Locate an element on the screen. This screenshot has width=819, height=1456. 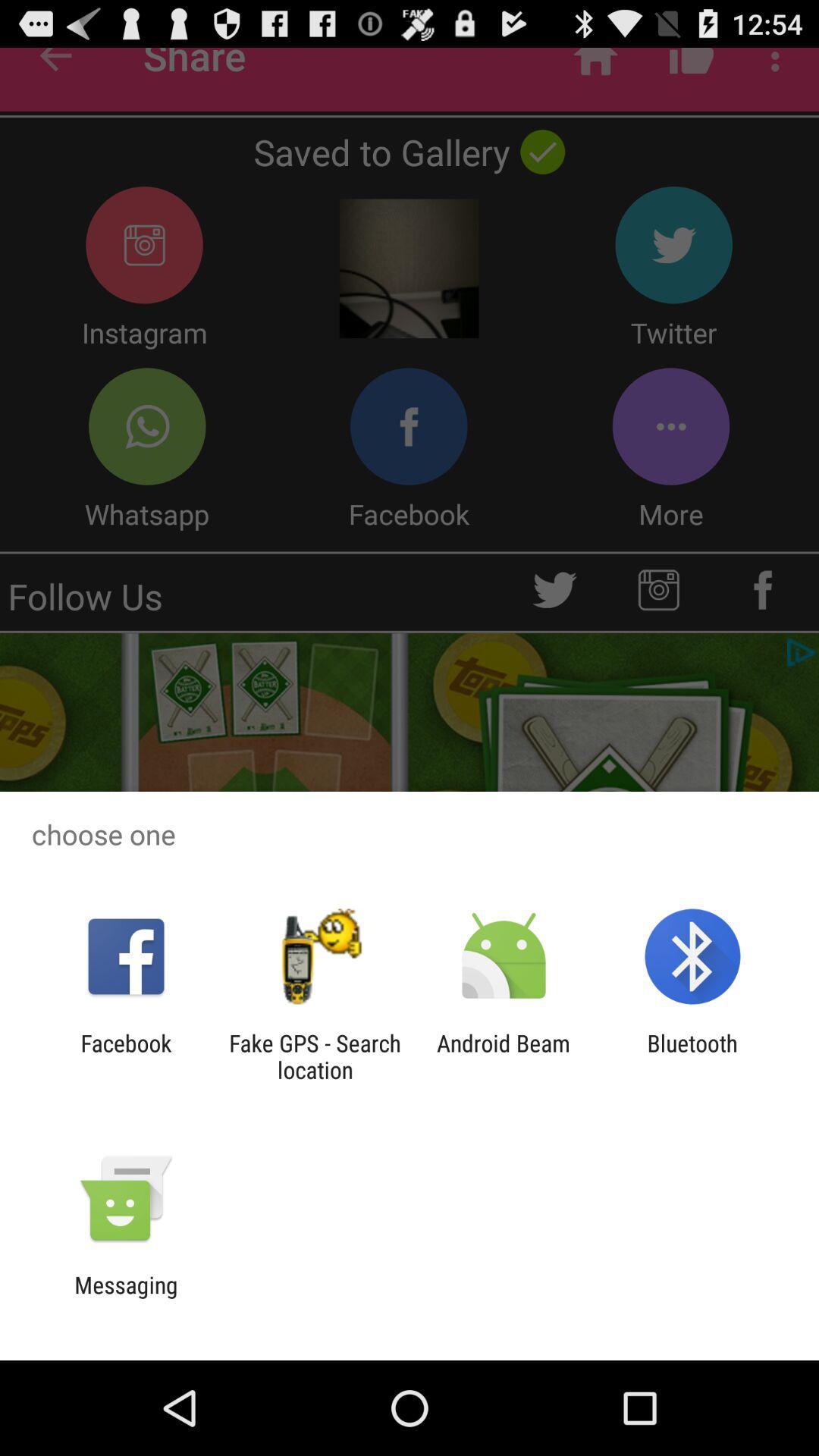
bluetooth item is located at coordinates (692, 1056).